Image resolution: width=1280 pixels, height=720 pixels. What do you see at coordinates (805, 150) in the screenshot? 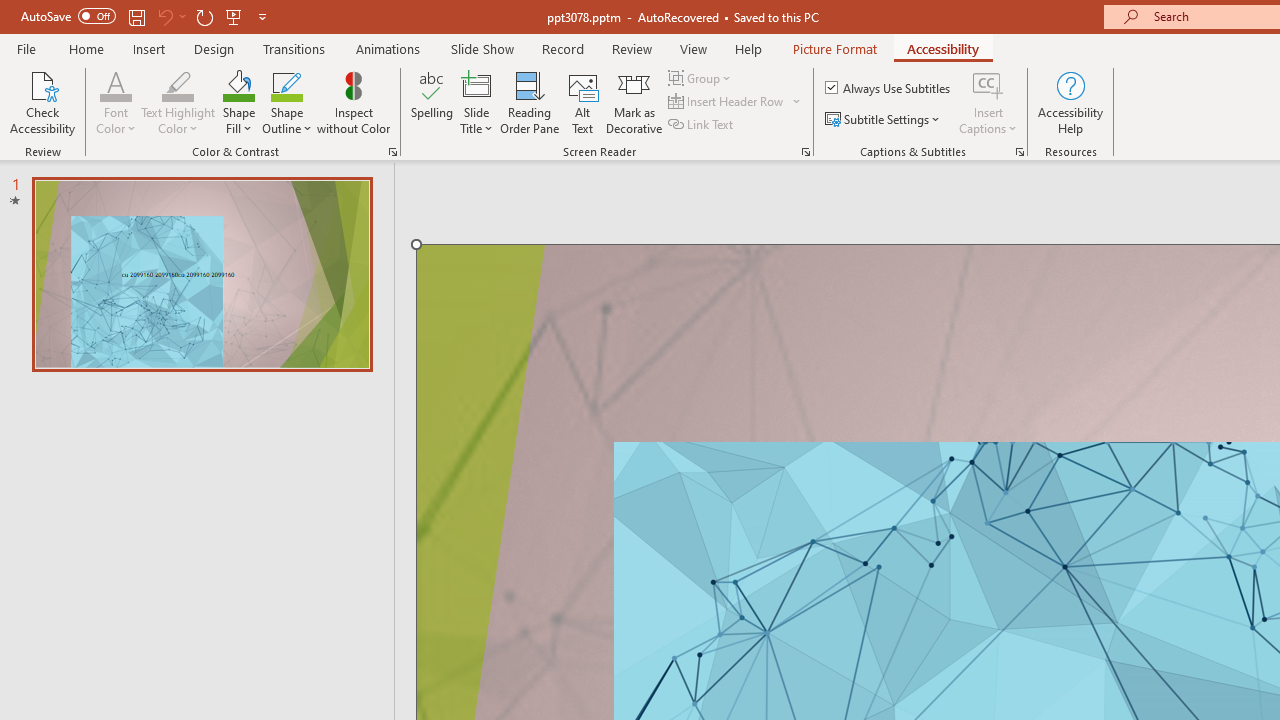
I see `'Screen Reader'` at bounding box center [805, 150].